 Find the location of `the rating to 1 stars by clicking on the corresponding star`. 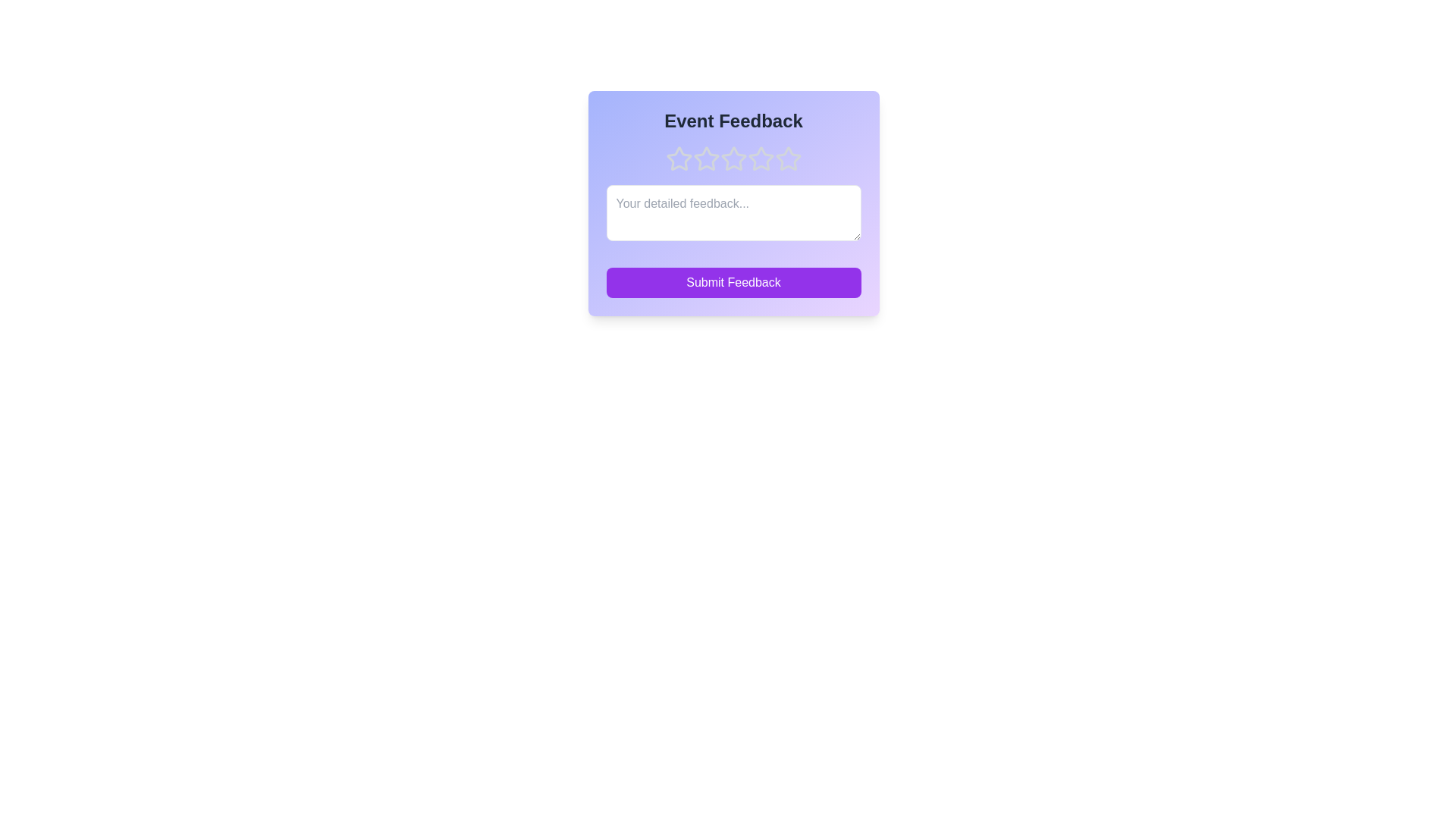

the rating to 1 stars by clicking on the corresponding star is located at coordinates (678, 158).